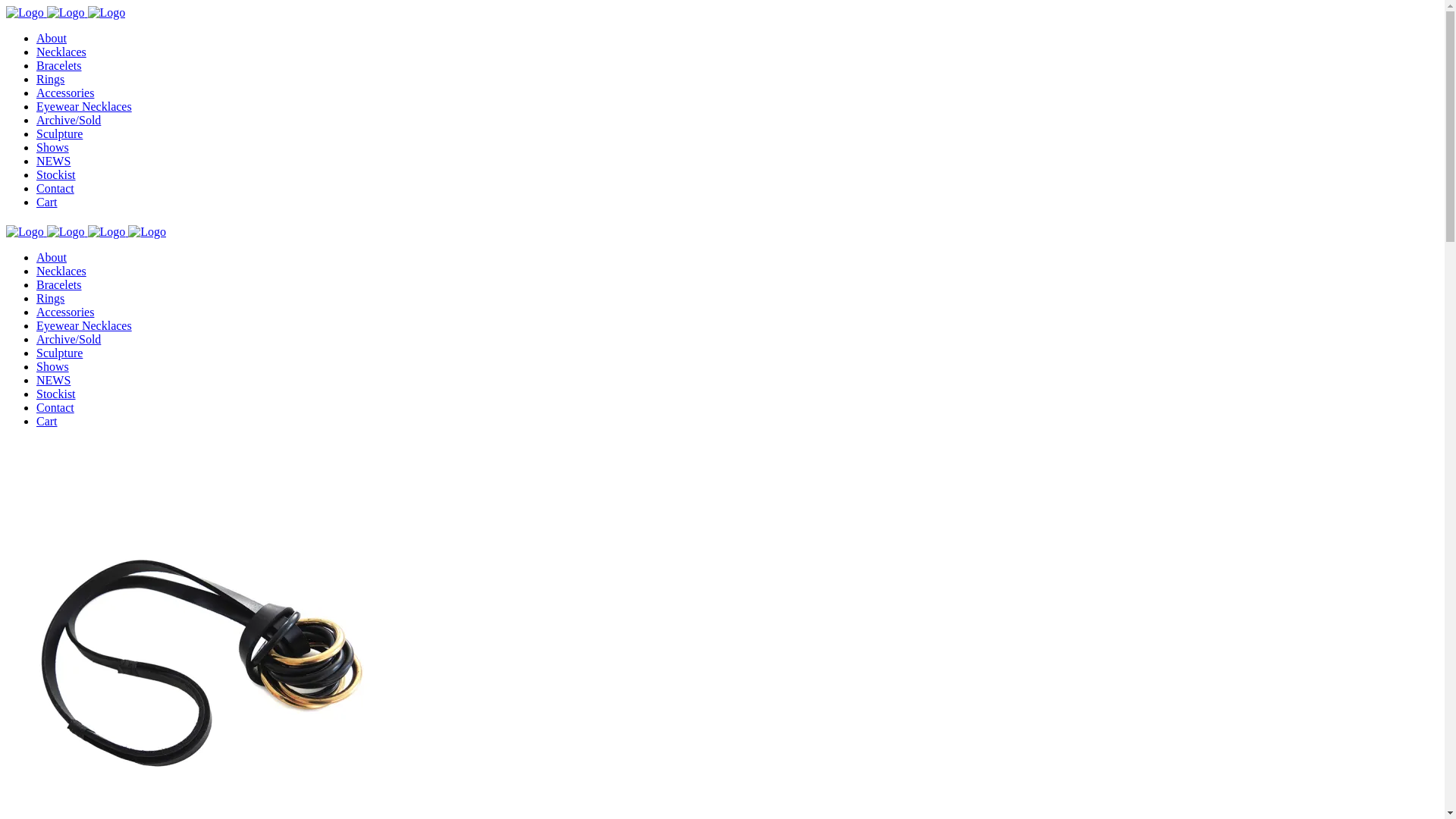  I want to click on 'Accessories', so click(64, 93).